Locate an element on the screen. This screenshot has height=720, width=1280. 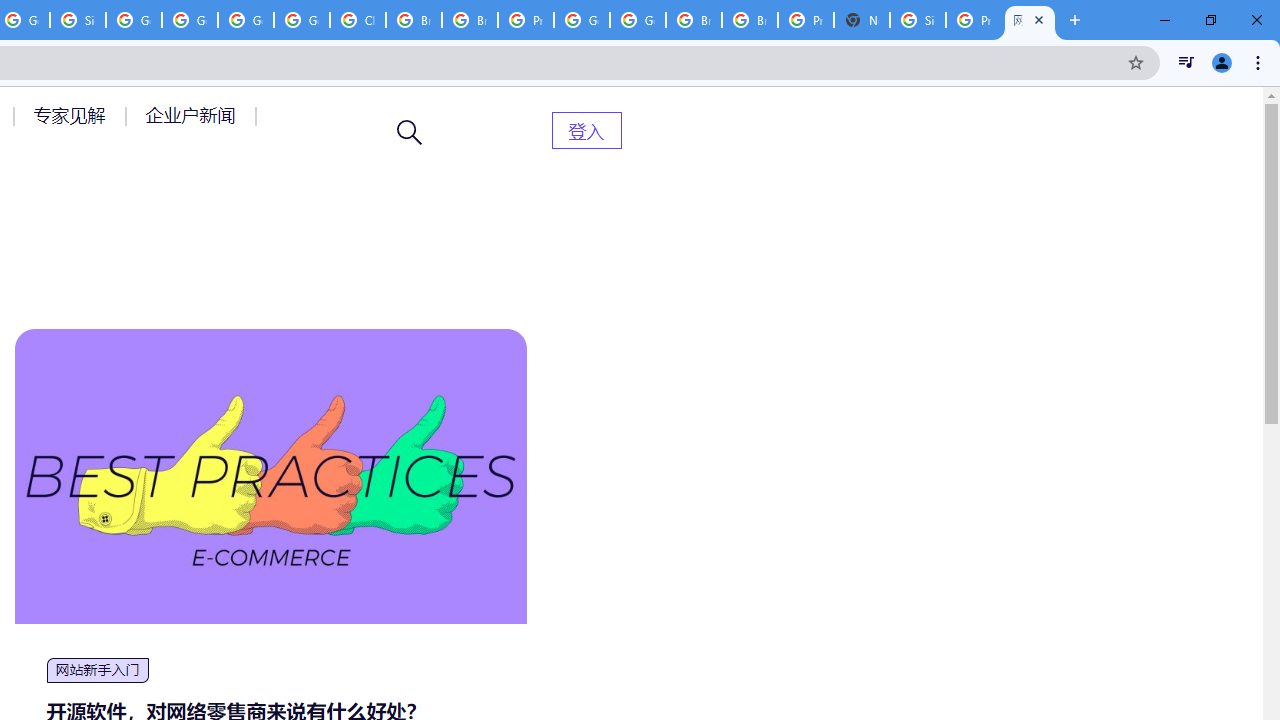
'Google Cloud Platform' is located at coordinates (637, 20).